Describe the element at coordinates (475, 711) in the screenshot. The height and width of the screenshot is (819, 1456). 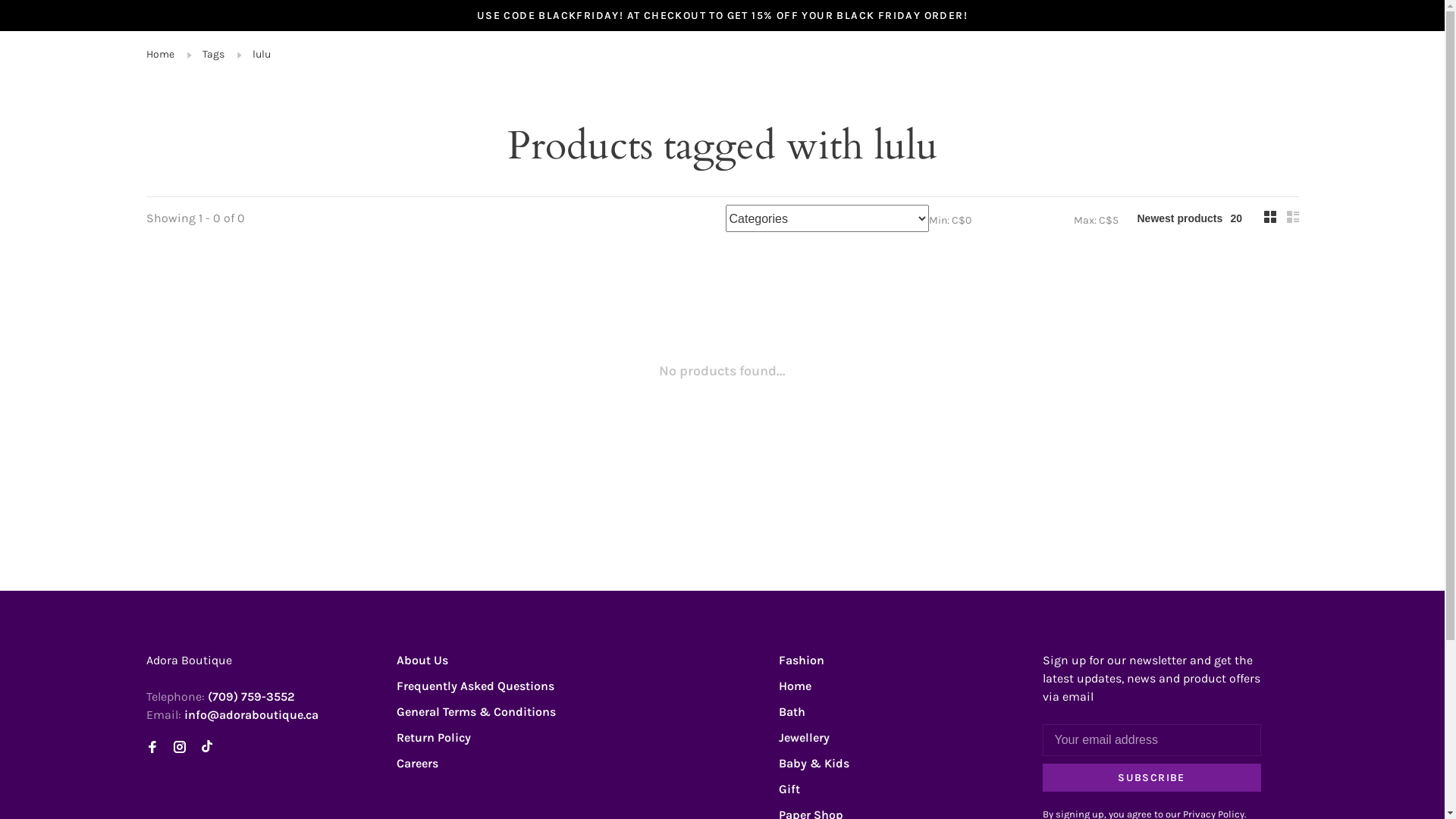
I see `'General Terms & Conditions'` at that location.